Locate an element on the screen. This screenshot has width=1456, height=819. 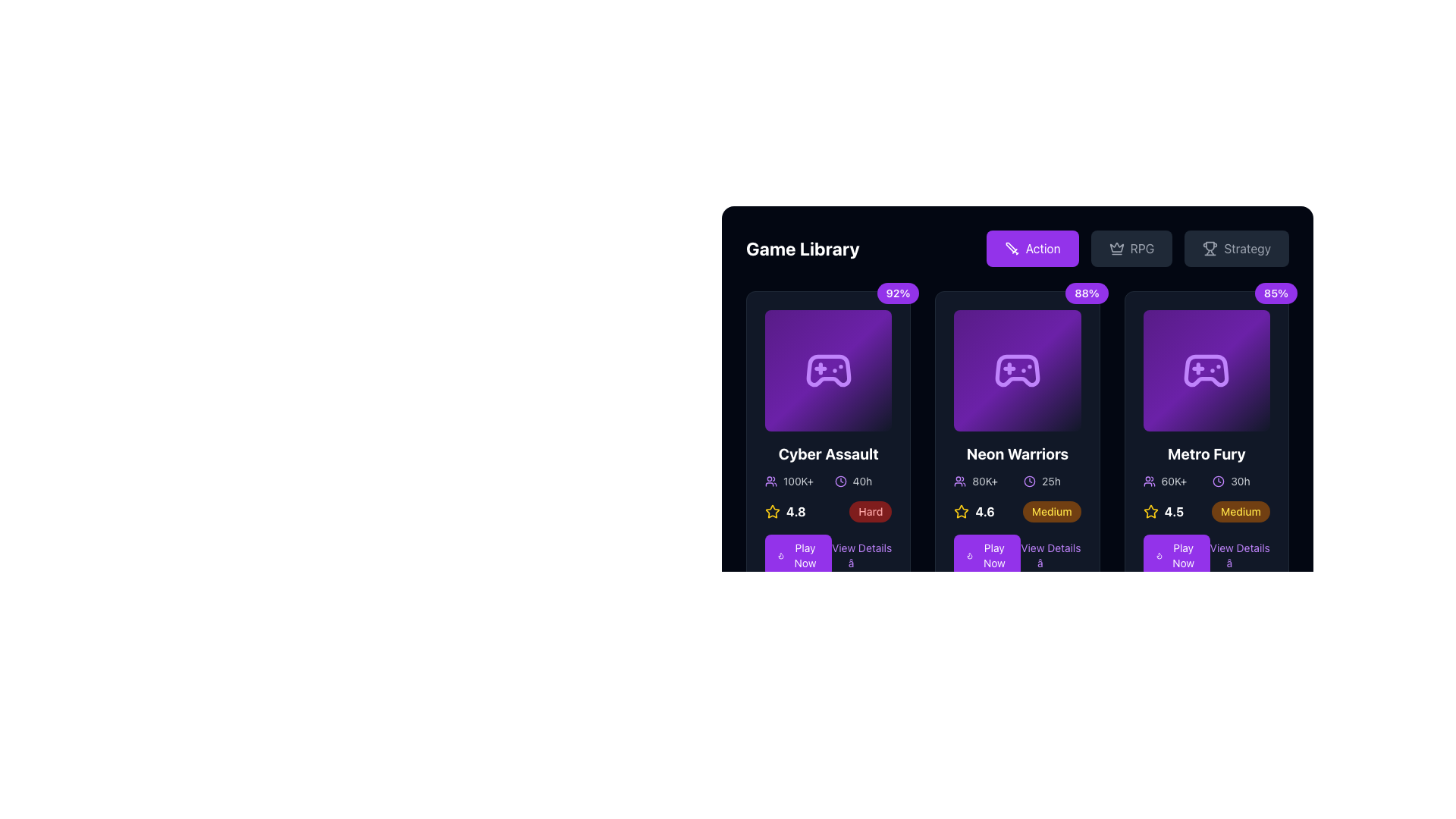
text content of the label displaying 'Cyber Assault' in bold white font, located below the gamepad icon within the card-style layout is located at coordinates (827, 453).